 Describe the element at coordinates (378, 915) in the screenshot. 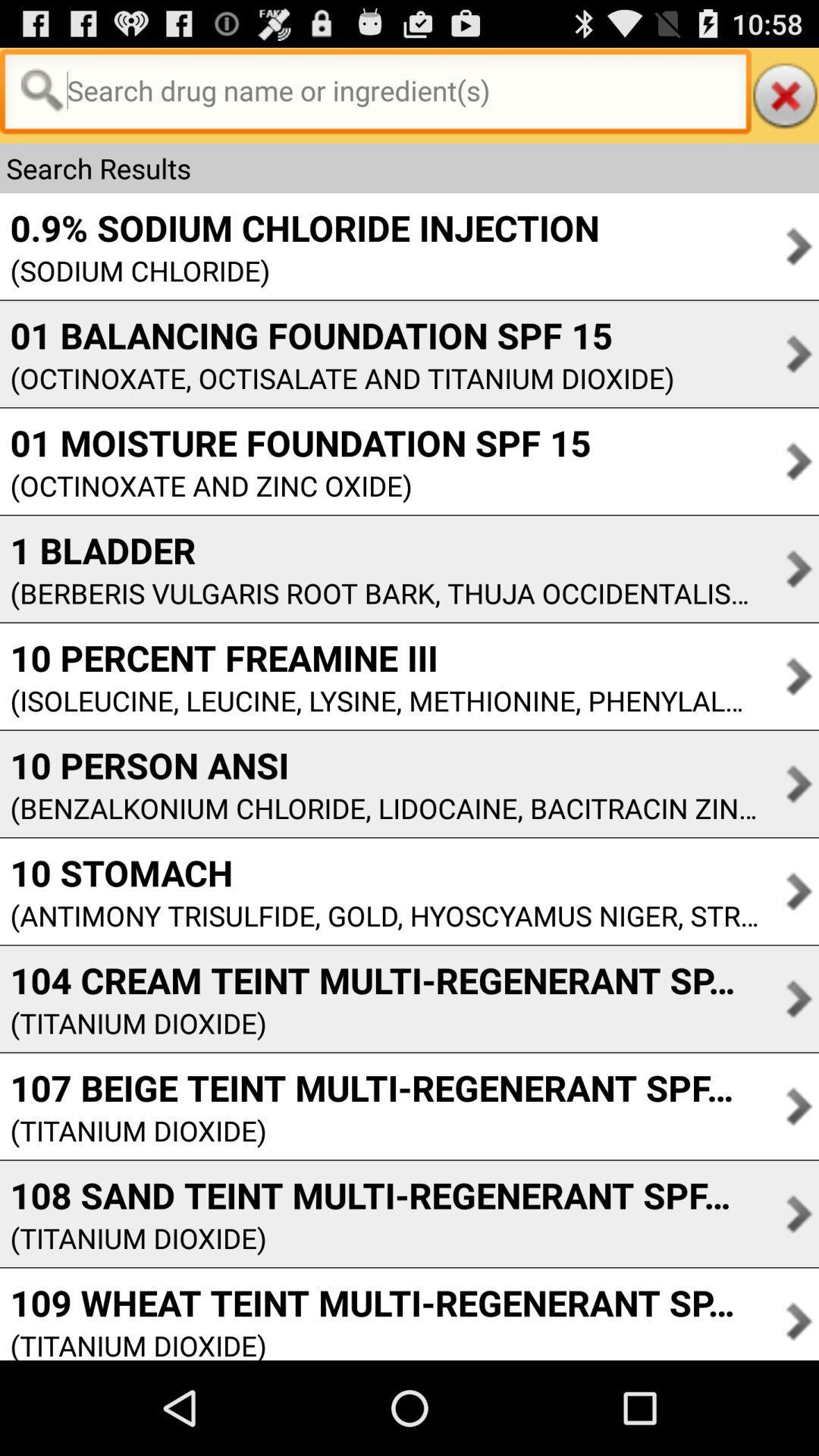

I see `the icon above the 104 cream teint` at that location.